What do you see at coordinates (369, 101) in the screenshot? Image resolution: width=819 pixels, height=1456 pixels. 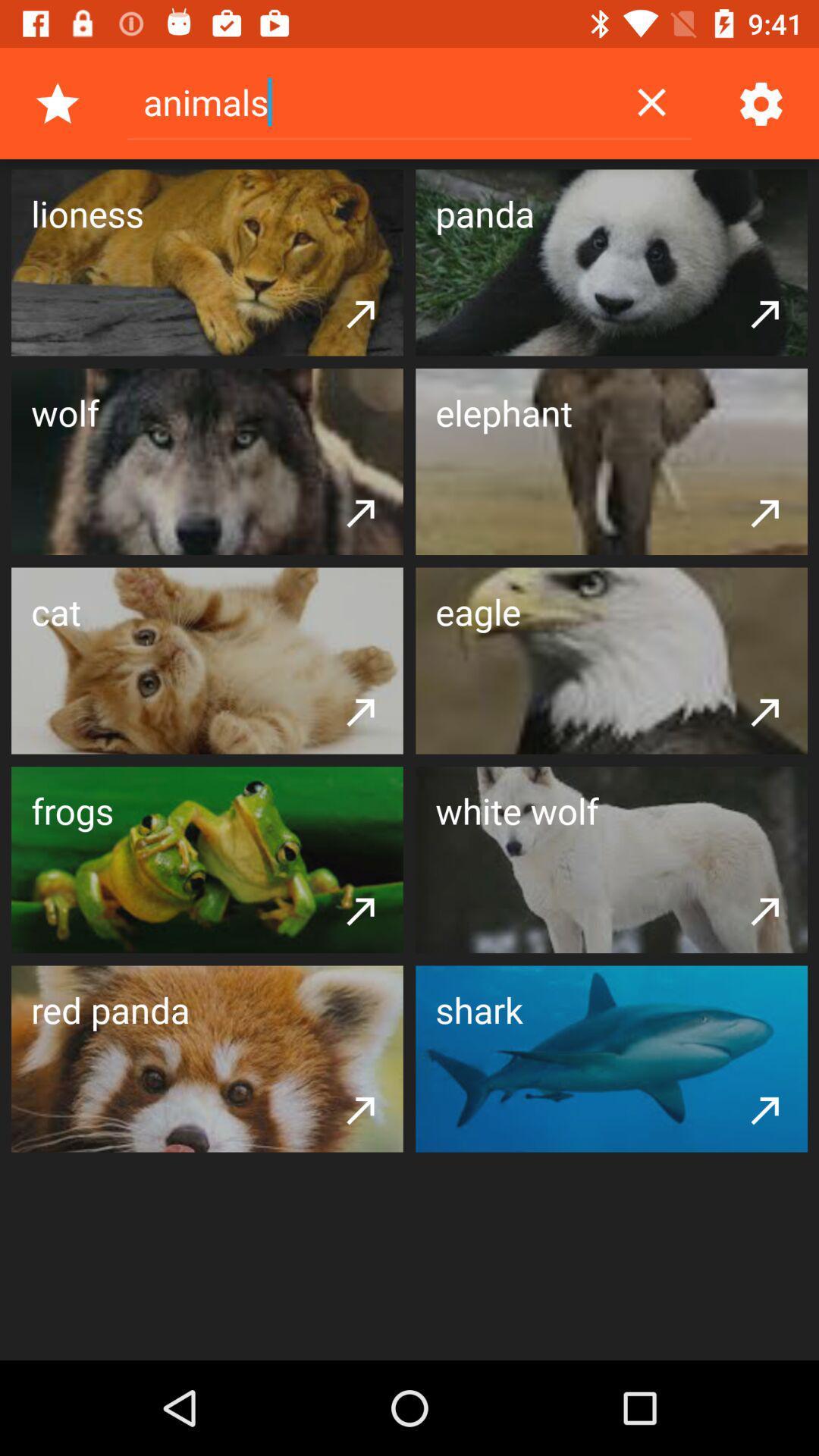 I see `the animals item` at bounding box center [369, 101].